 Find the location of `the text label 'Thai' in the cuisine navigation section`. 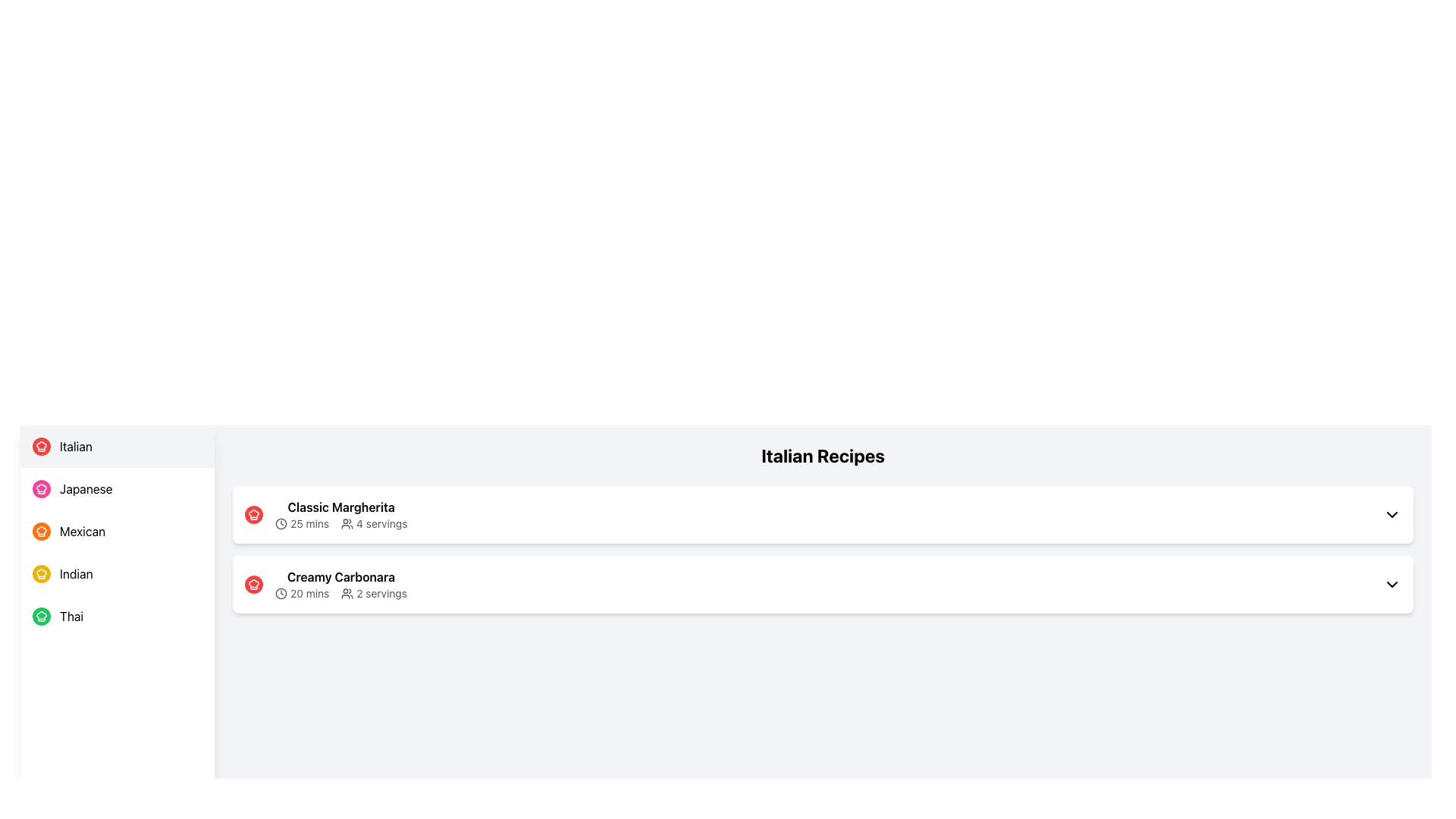

the text label 'Thai' in the cuisine navigation section is located at coordinates (71, 617).